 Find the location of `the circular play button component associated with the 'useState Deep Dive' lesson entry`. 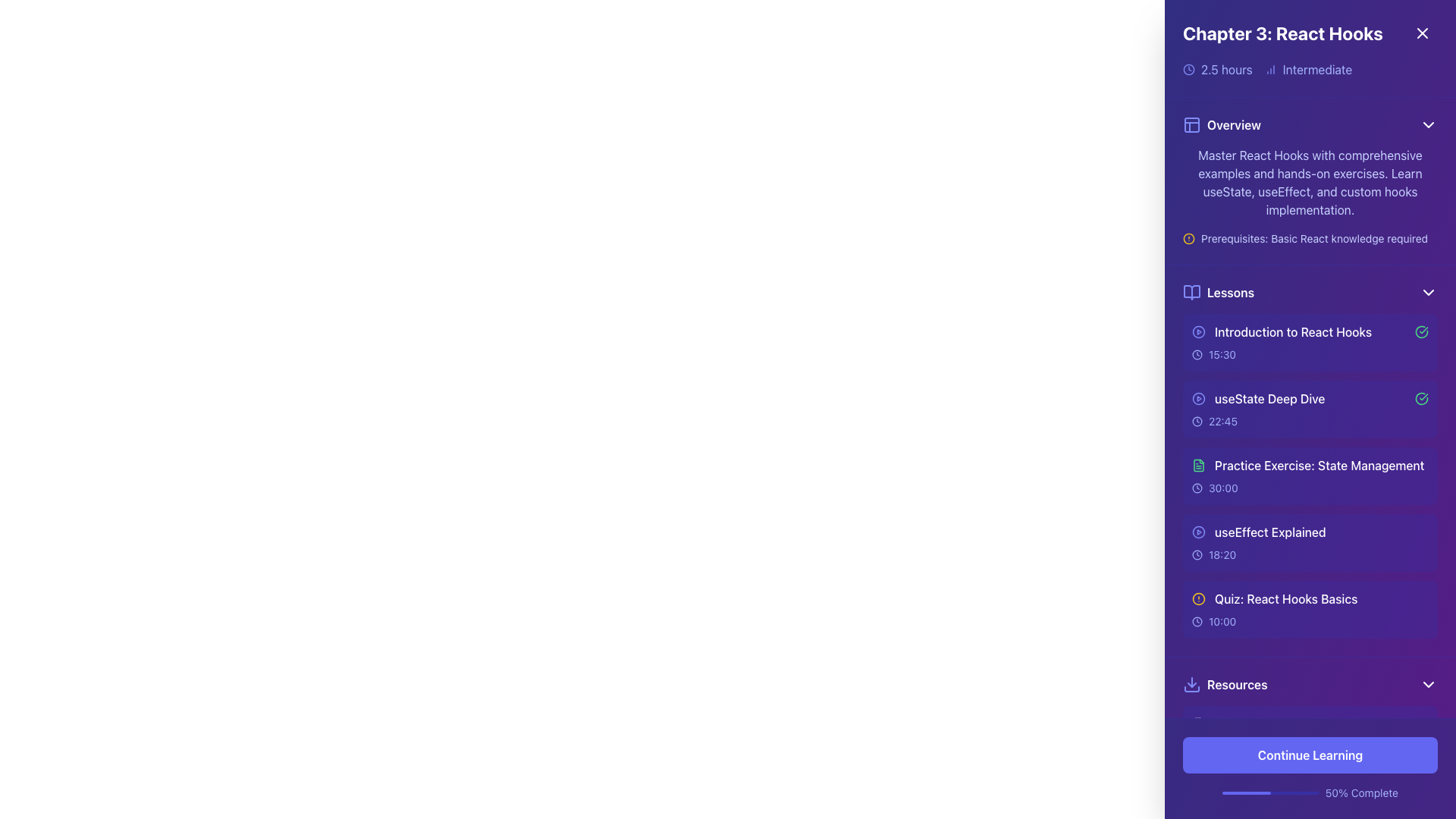

the circular play button component associated with the 'useState Deep Dive' lesson entry is located at coordinates (1197, 397).